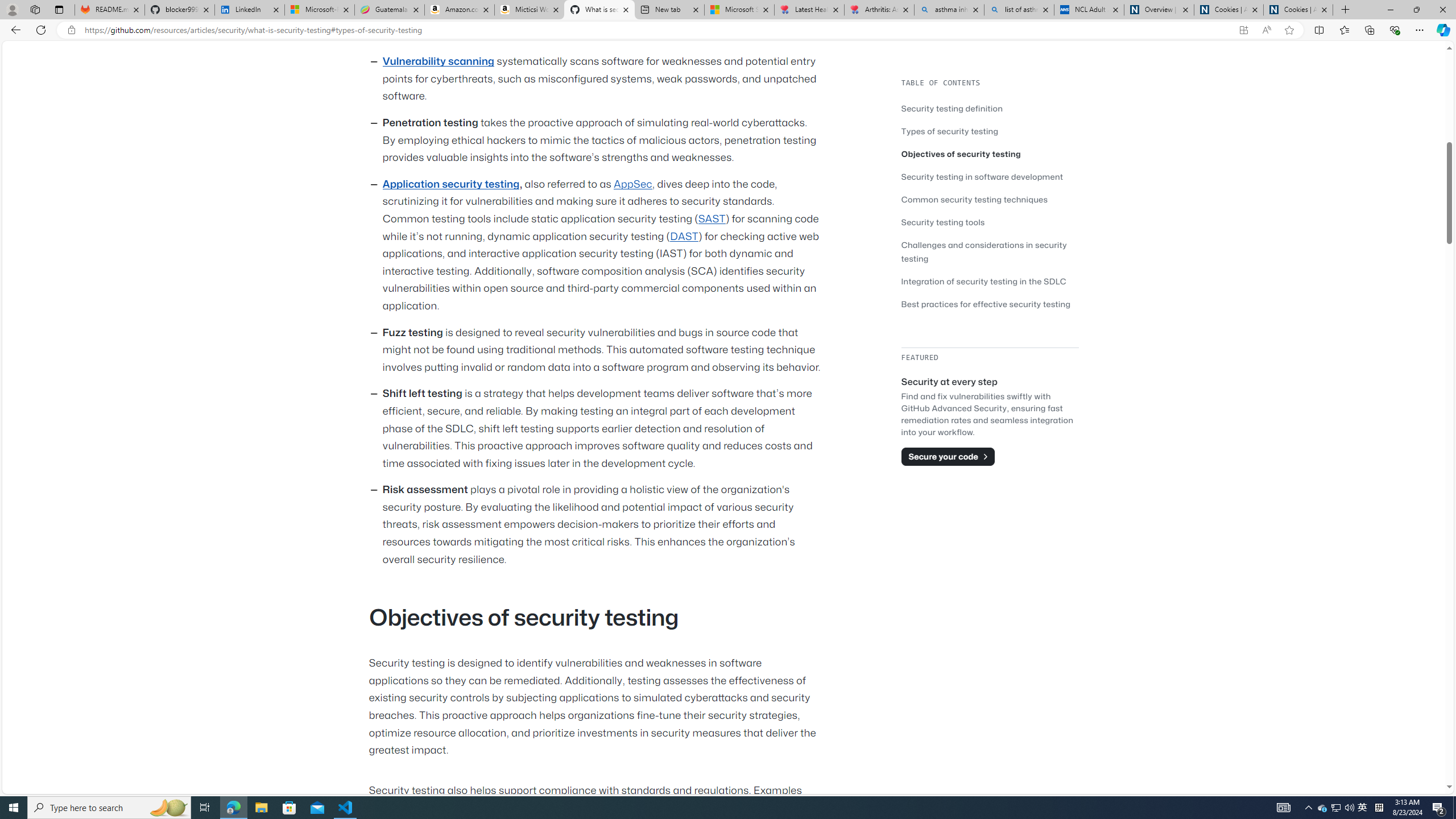  What do you see at coordinates (990, 107) in the screenshot?
I see `'Security testing definition'` at bounding box center [990, 107].